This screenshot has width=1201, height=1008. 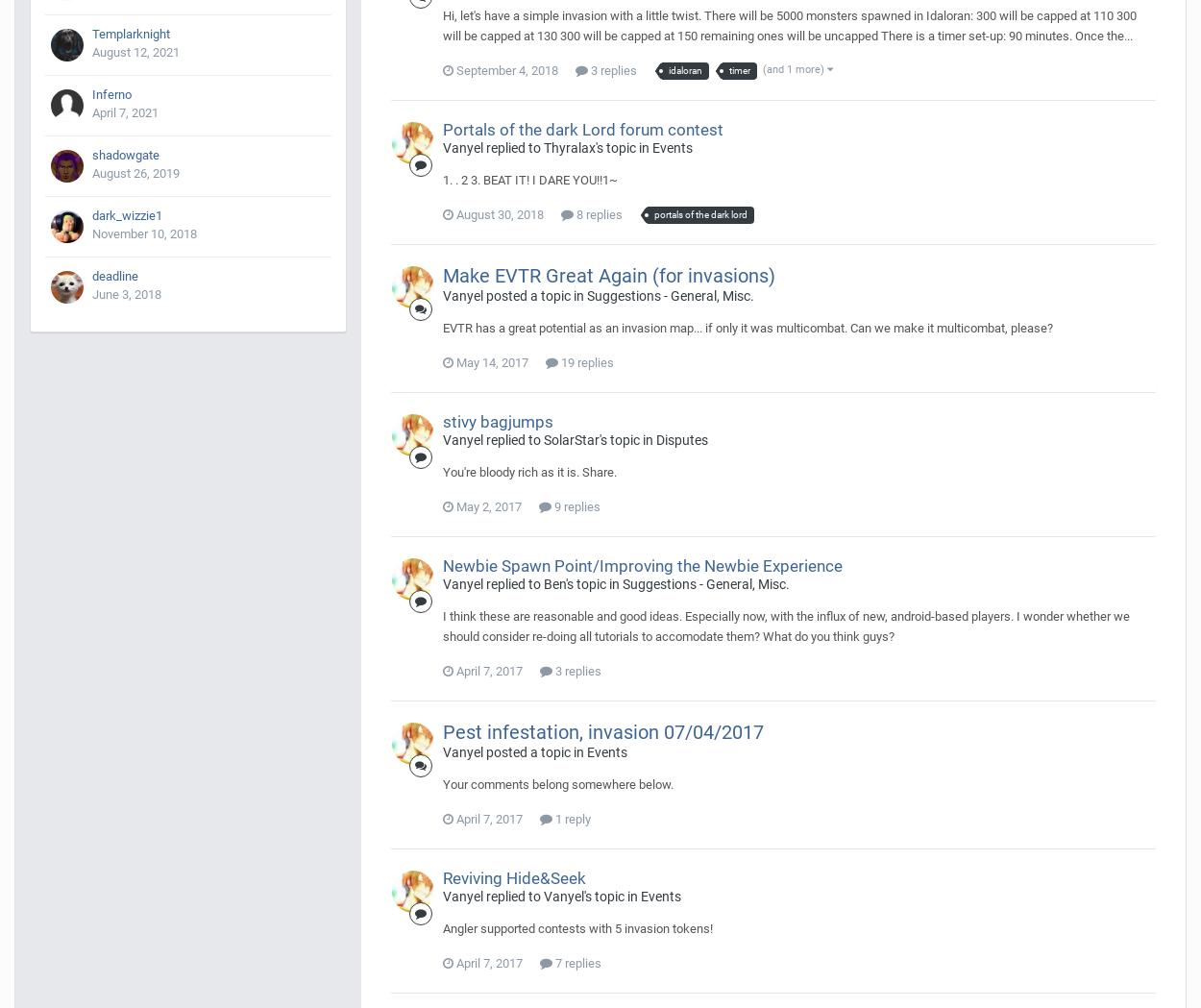 I want to click on 'May 14, 2017', so click(x=492, y=361).